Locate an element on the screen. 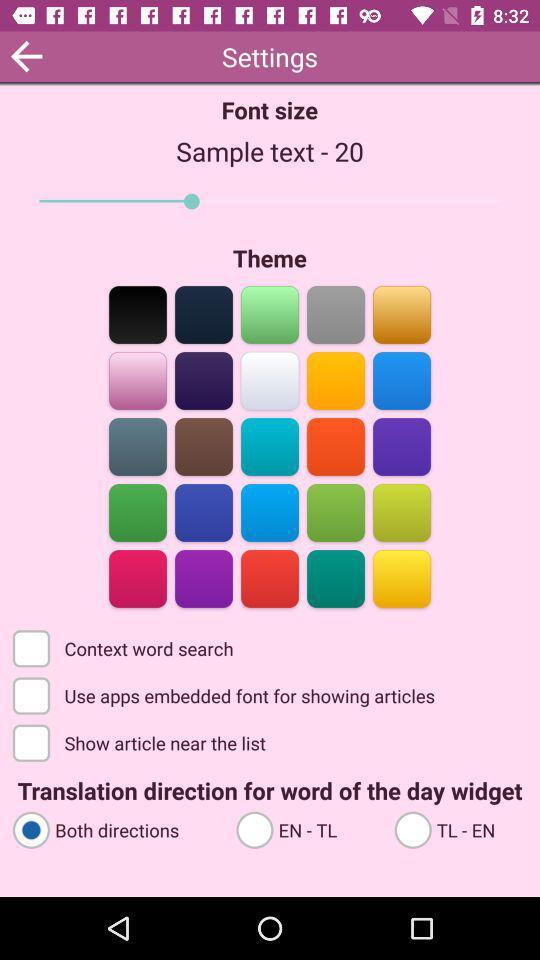 Image resolution: width=540 pixels, height=960 pixels. item above the translation direction for is located at coordinates (140, 741).